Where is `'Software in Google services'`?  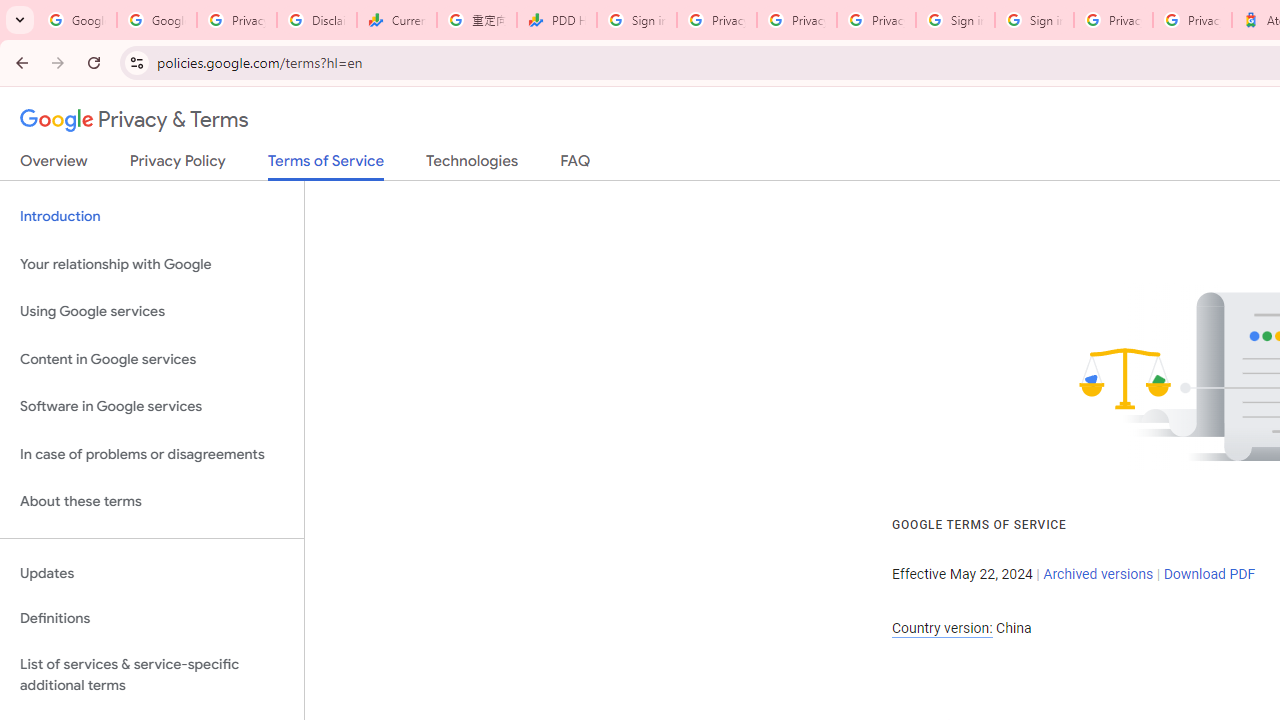
'Software in Google services' is located at coordinates (151, 406).